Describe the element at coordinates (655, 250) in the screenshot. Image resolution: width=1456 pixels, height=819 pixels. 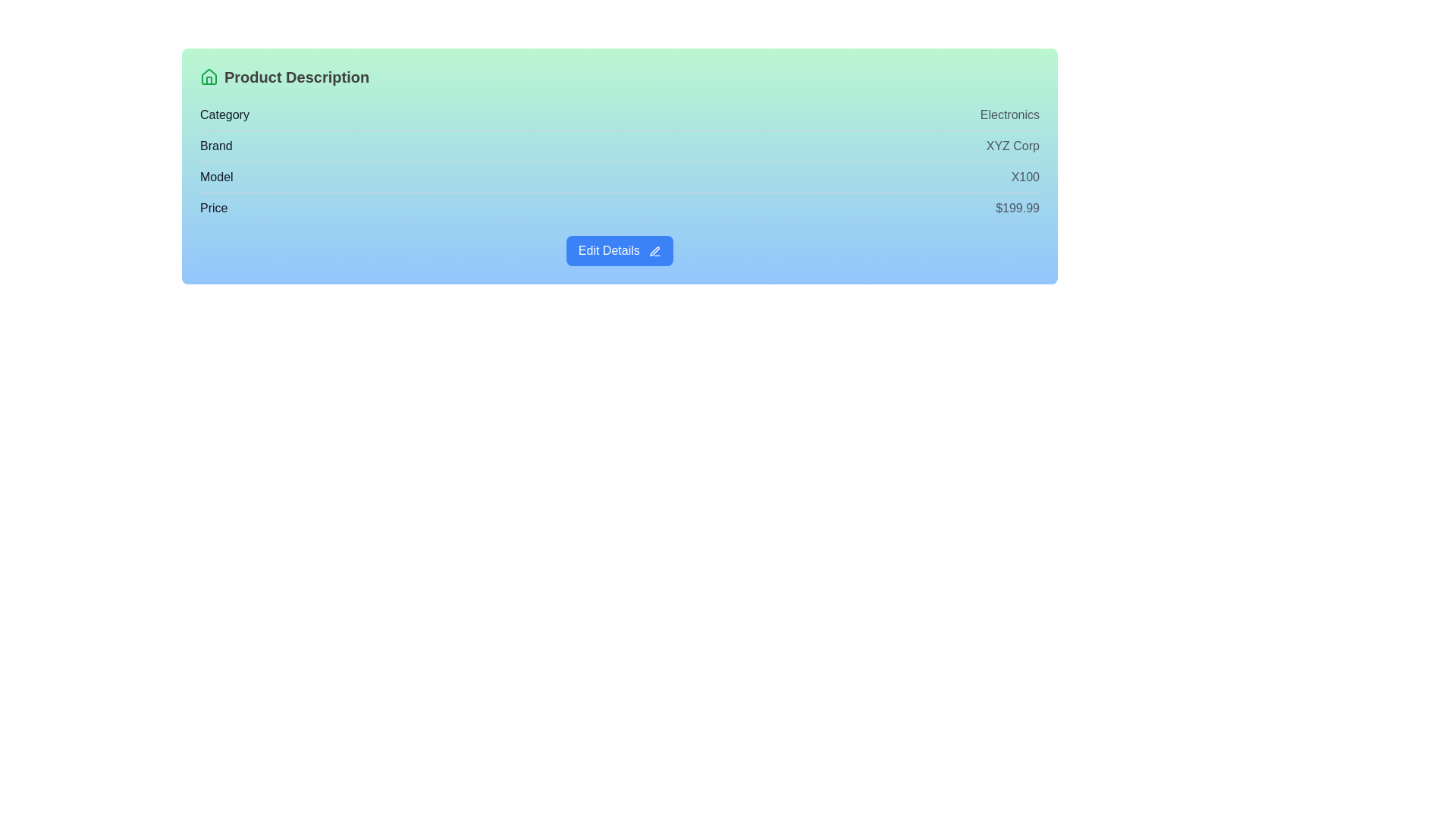
I see `the edit icon located inside the blue button labeled 'Edit Details', positioned to the right of the text` at that location.